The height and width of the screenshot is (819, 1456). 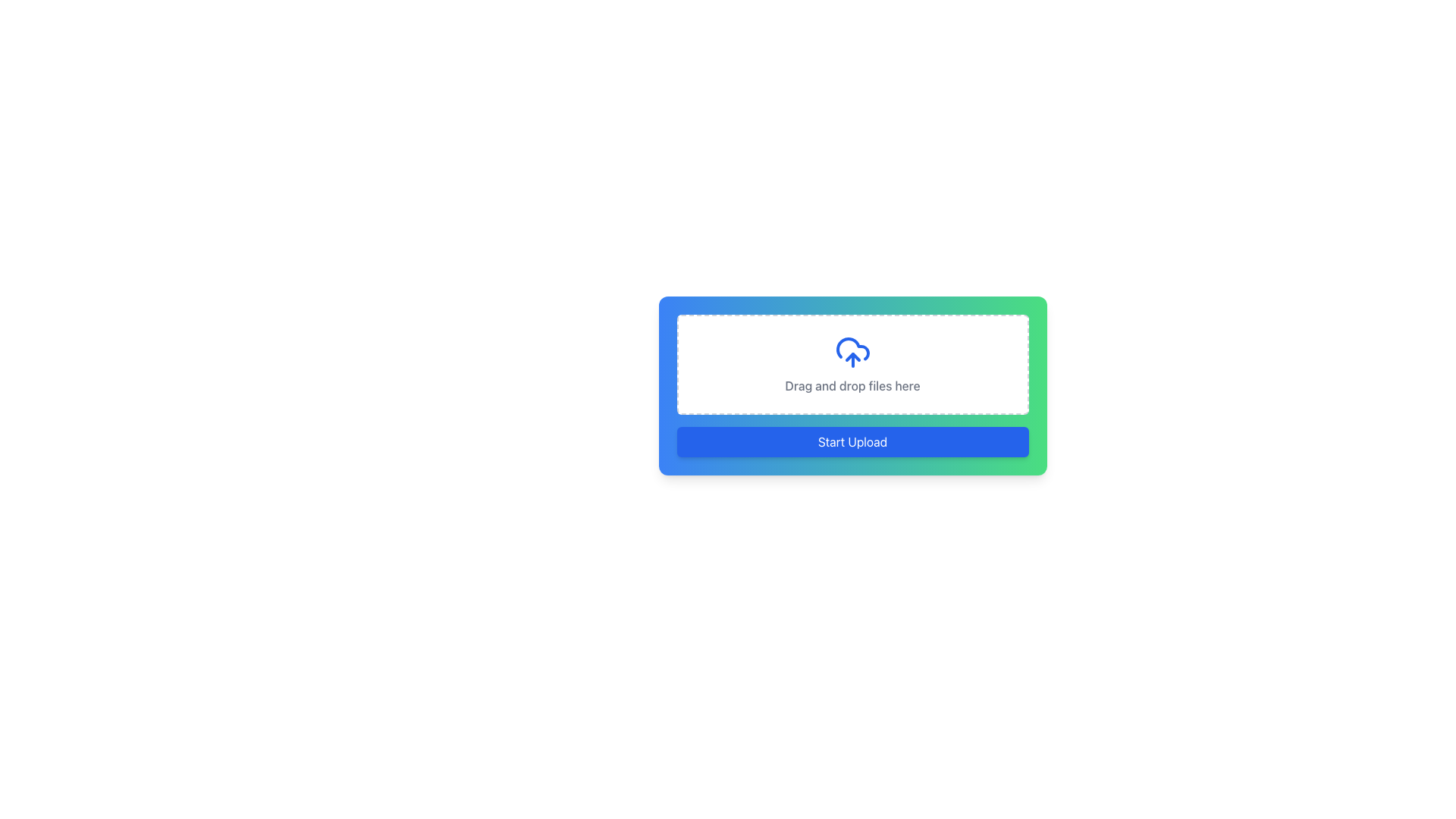 I want to click on the 'Start Upload' button with blue background and white text for keyboard interactions, so click(x=852, y=441).